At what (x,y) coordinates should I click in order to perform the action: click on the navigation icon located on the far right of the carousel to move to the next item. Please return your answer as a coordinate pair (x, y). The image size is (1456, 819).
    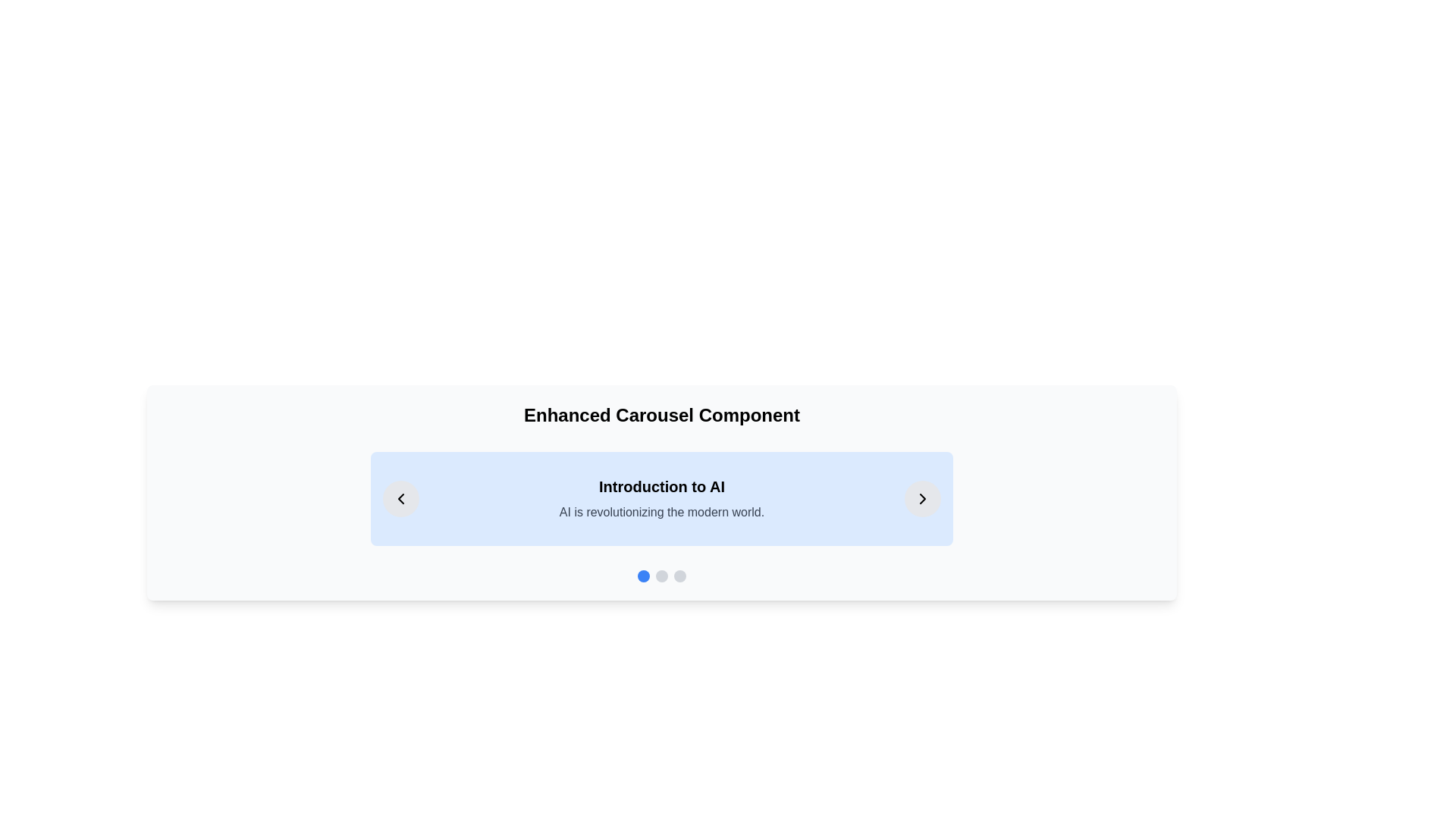
    Looking at the image, I should click on (922, 499).